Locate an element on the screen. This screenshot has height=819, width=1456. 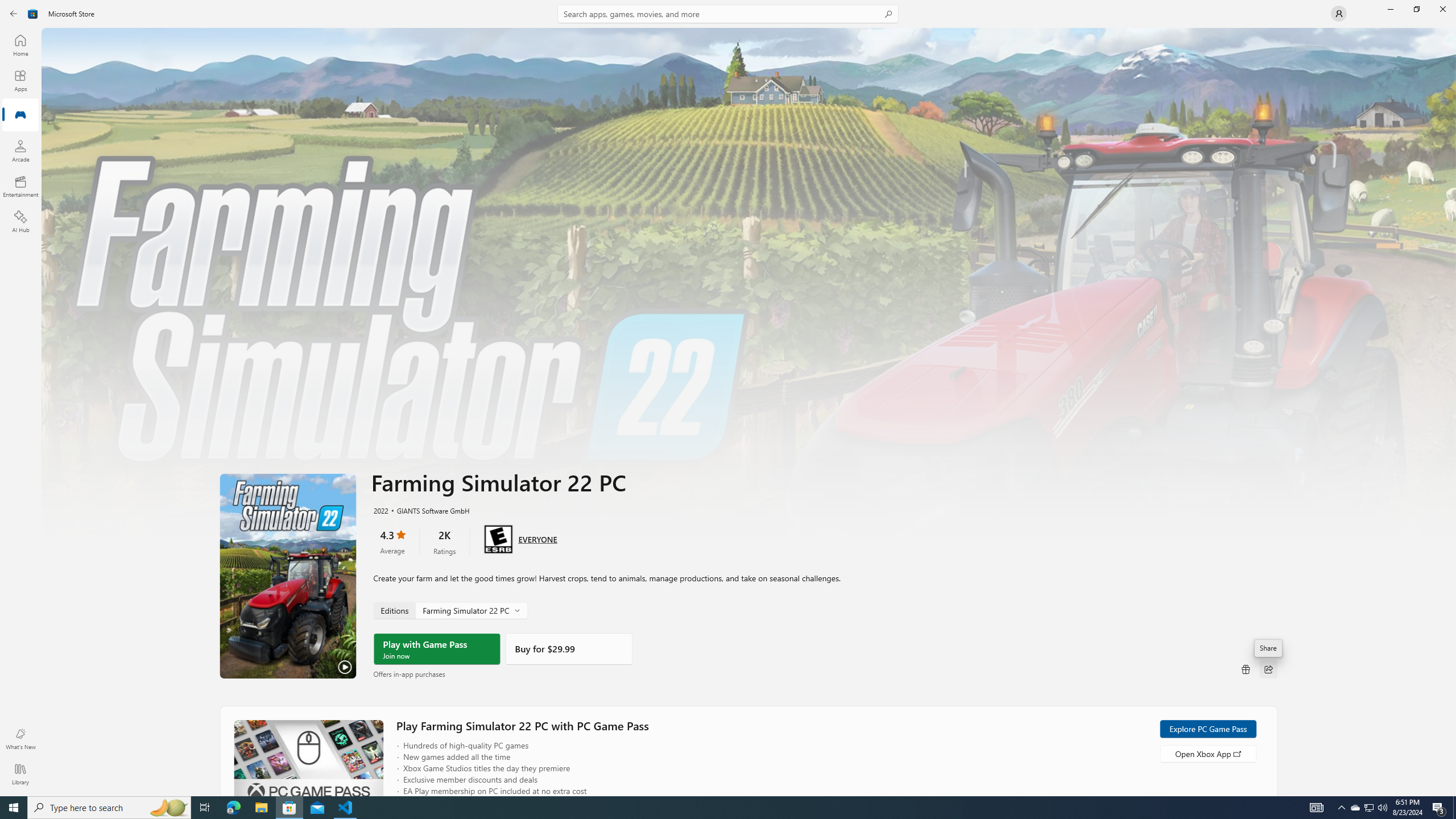
'4.3 stars. Click to skip to ratings and reviews' is located at coordinates (391, 540).